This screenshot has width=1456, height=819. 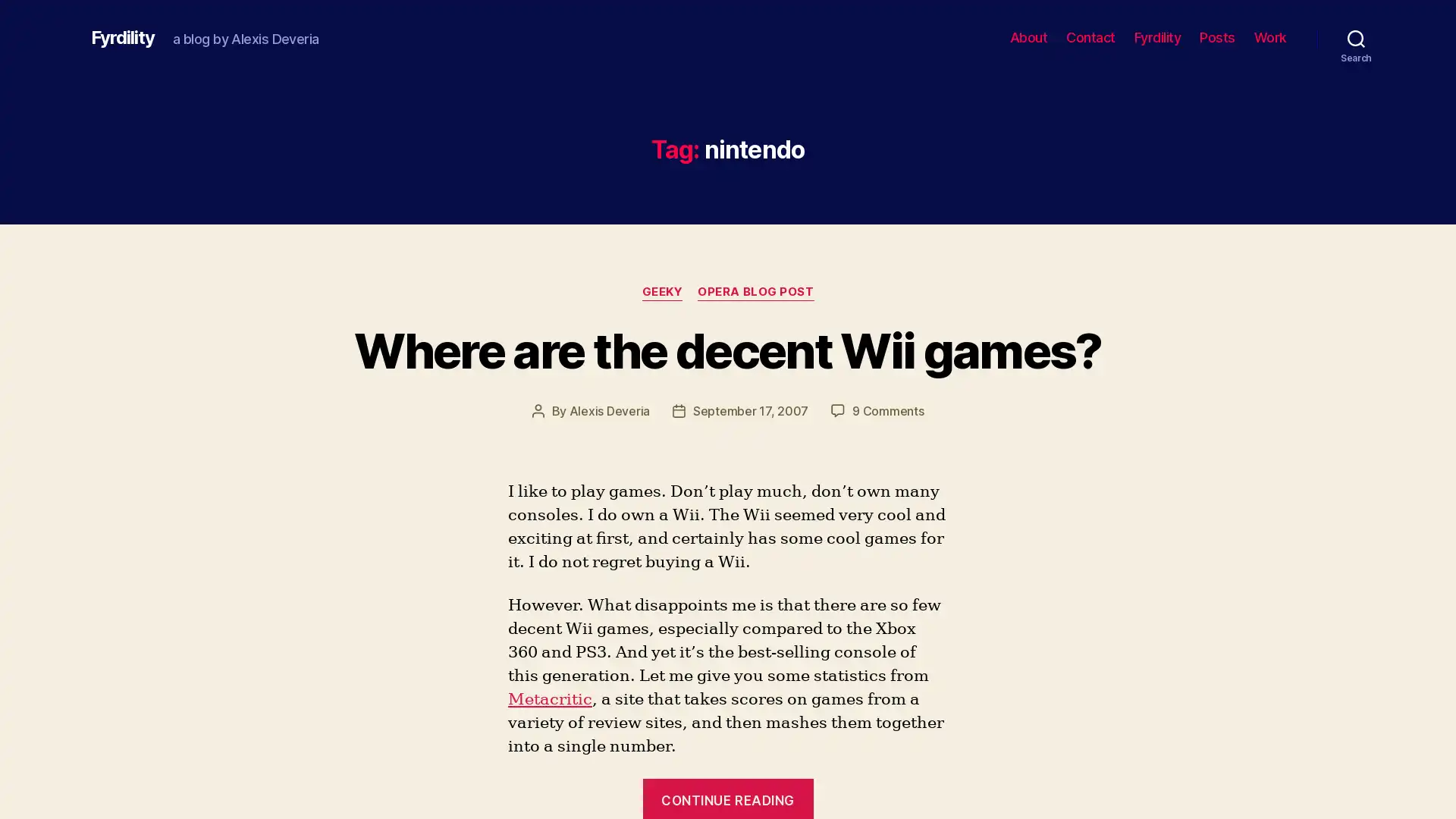 What do you see at coordinates (1356, 37) in the screenshot?
I see `Search` at bounding box center [1356, 37].